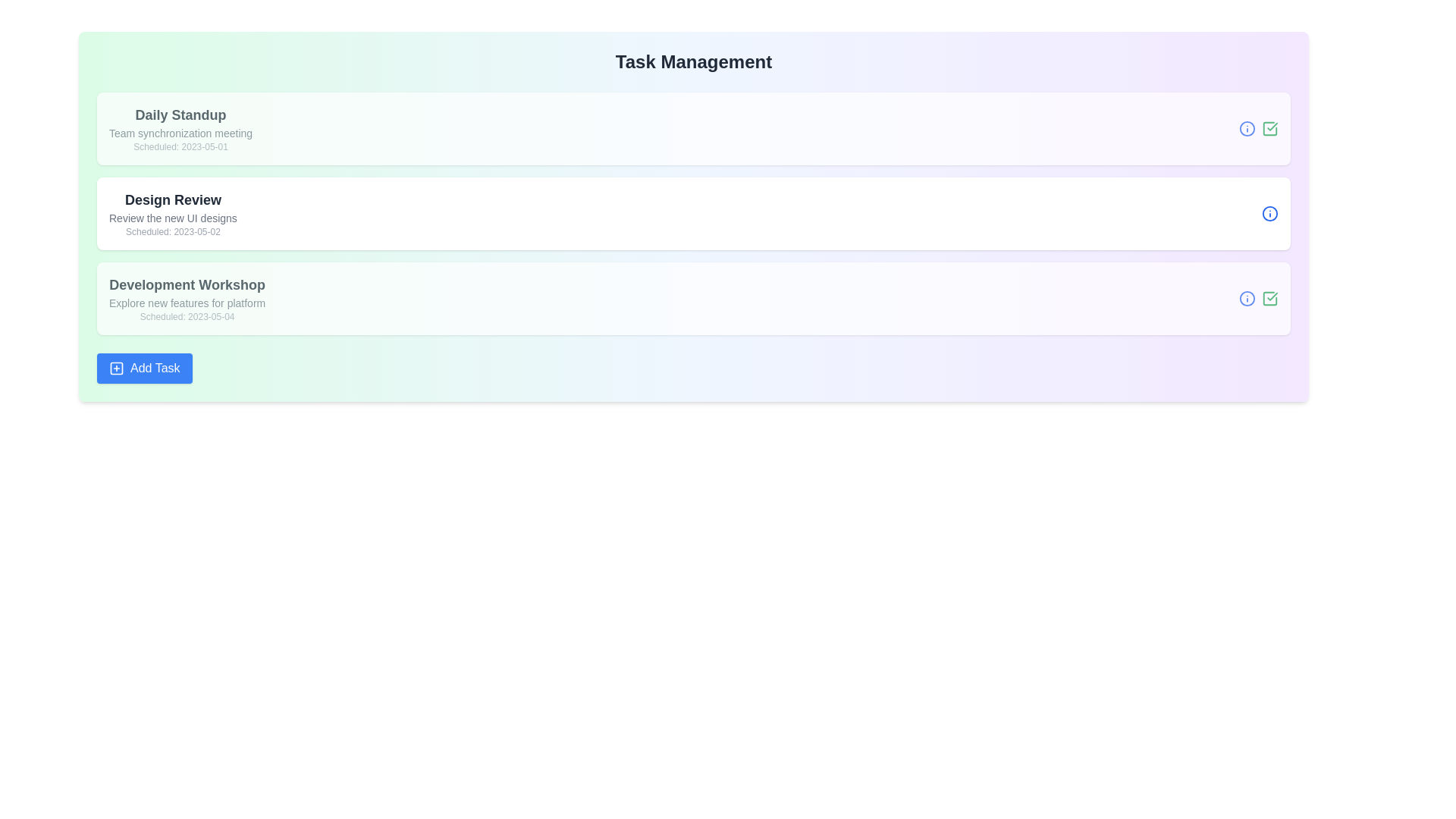  I want to click on the Info icon associated with a task to inspect its details, so click(1247, 127).